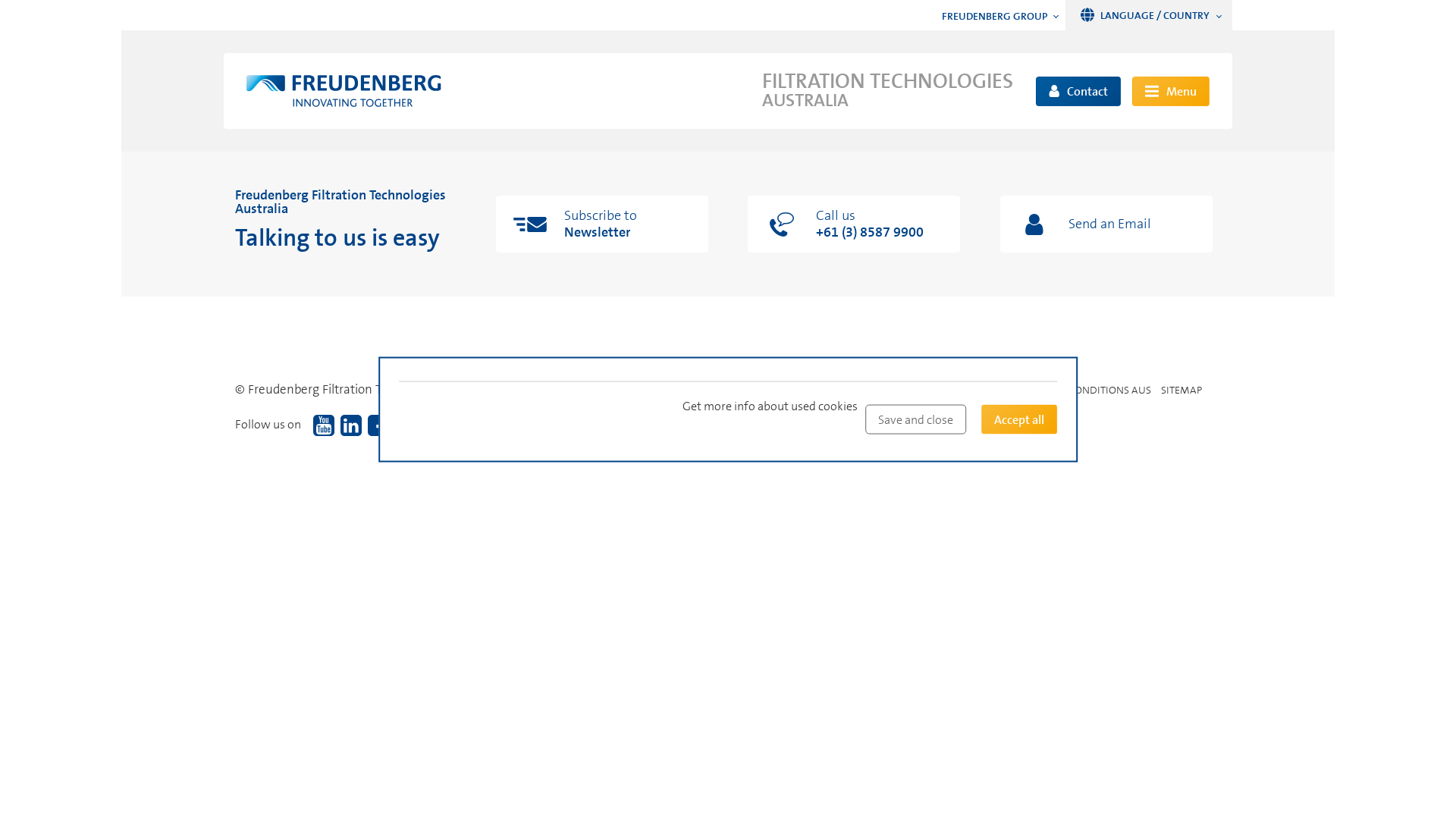  What do you see at coordinates (1076, 15) in the screenshot?
I see `'LANGUAGE / COUNTRY'` at bounding box center [1076, 15].